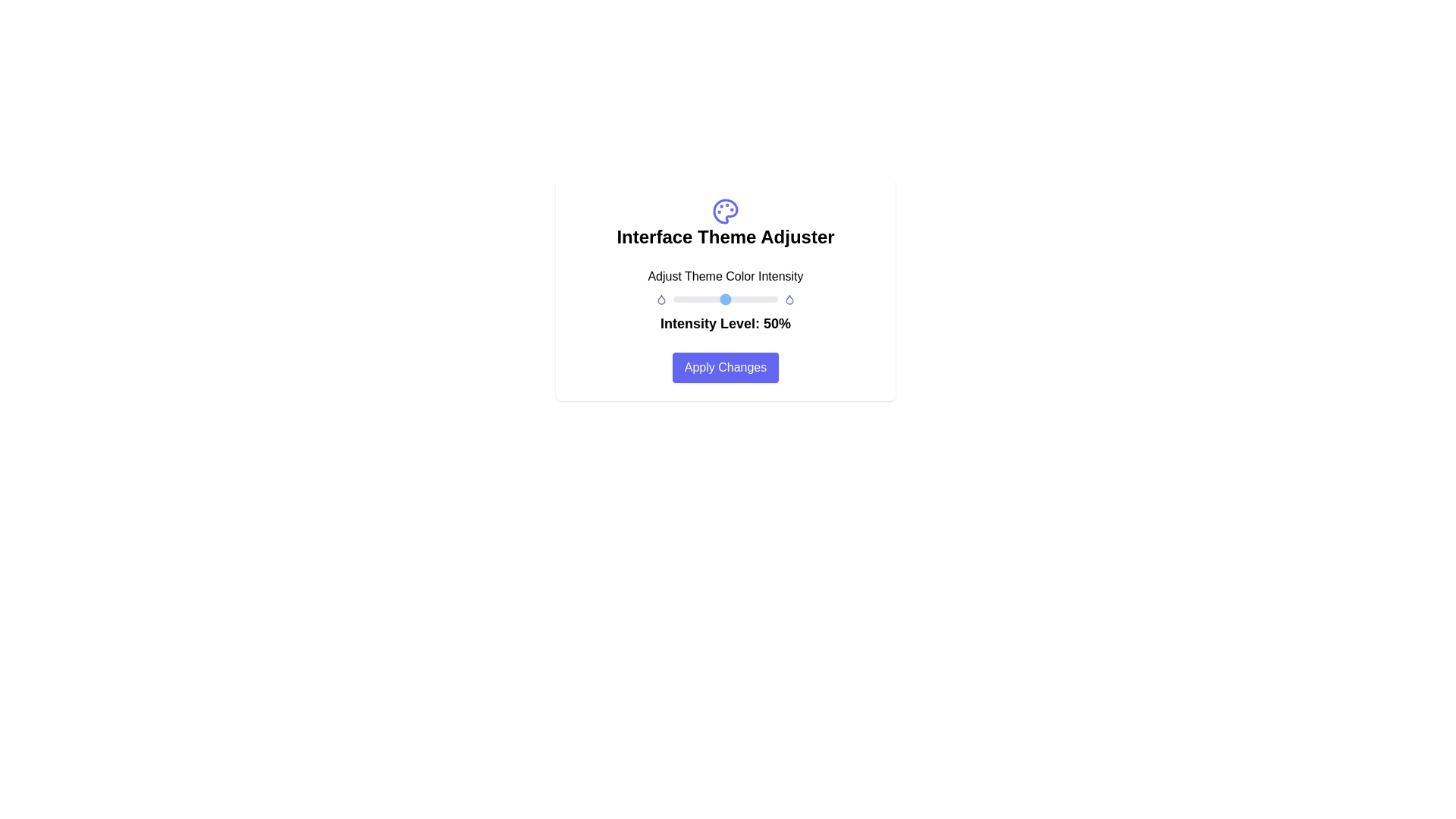 This screenshot has height=819, width=1456. Describe the element at coordinates (735, 299) in the screenshot. I see `the color intensity to 59% using the slider` at that location.